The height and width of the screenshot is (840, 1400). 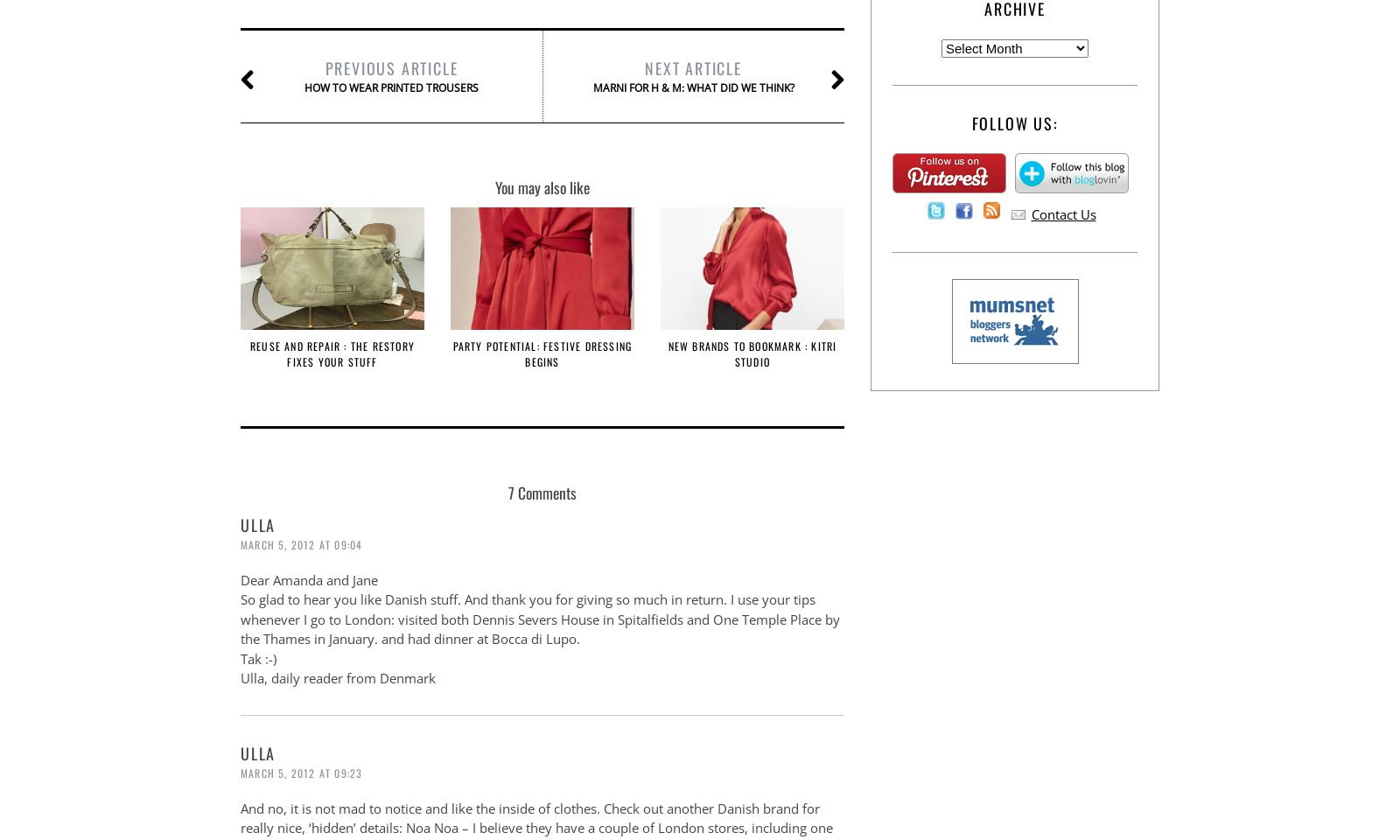 What do you see at coordinates (258, 656) in the screenshot?
I see `'Tak :-)'` at bounding box center [258, 656].